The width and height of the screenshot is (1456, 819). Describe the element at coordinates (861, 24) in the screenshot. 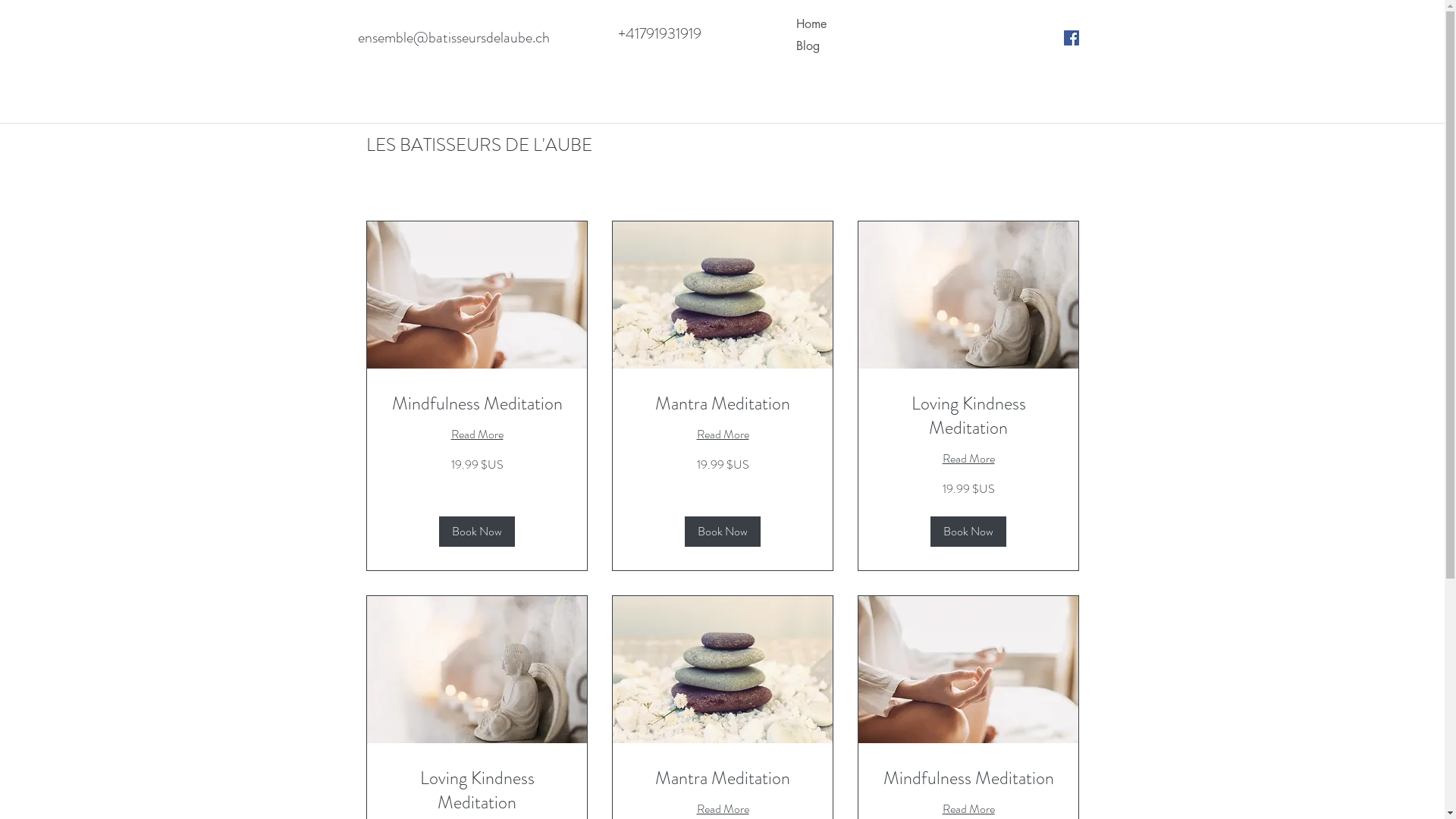

I see `'Home'` at that location.